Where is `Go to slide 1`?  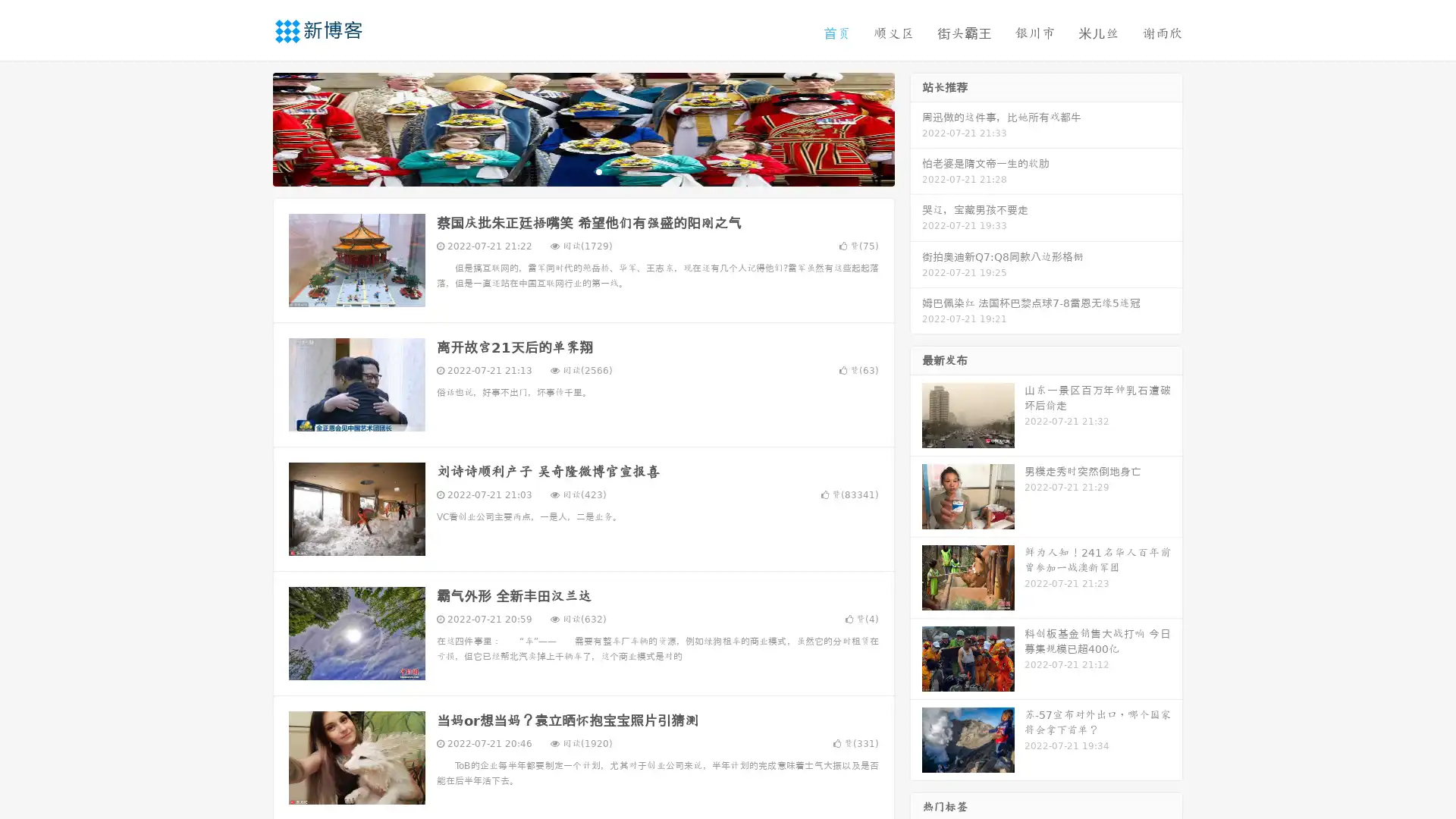
Go to slide 1 is located at coordinates (567, 171).